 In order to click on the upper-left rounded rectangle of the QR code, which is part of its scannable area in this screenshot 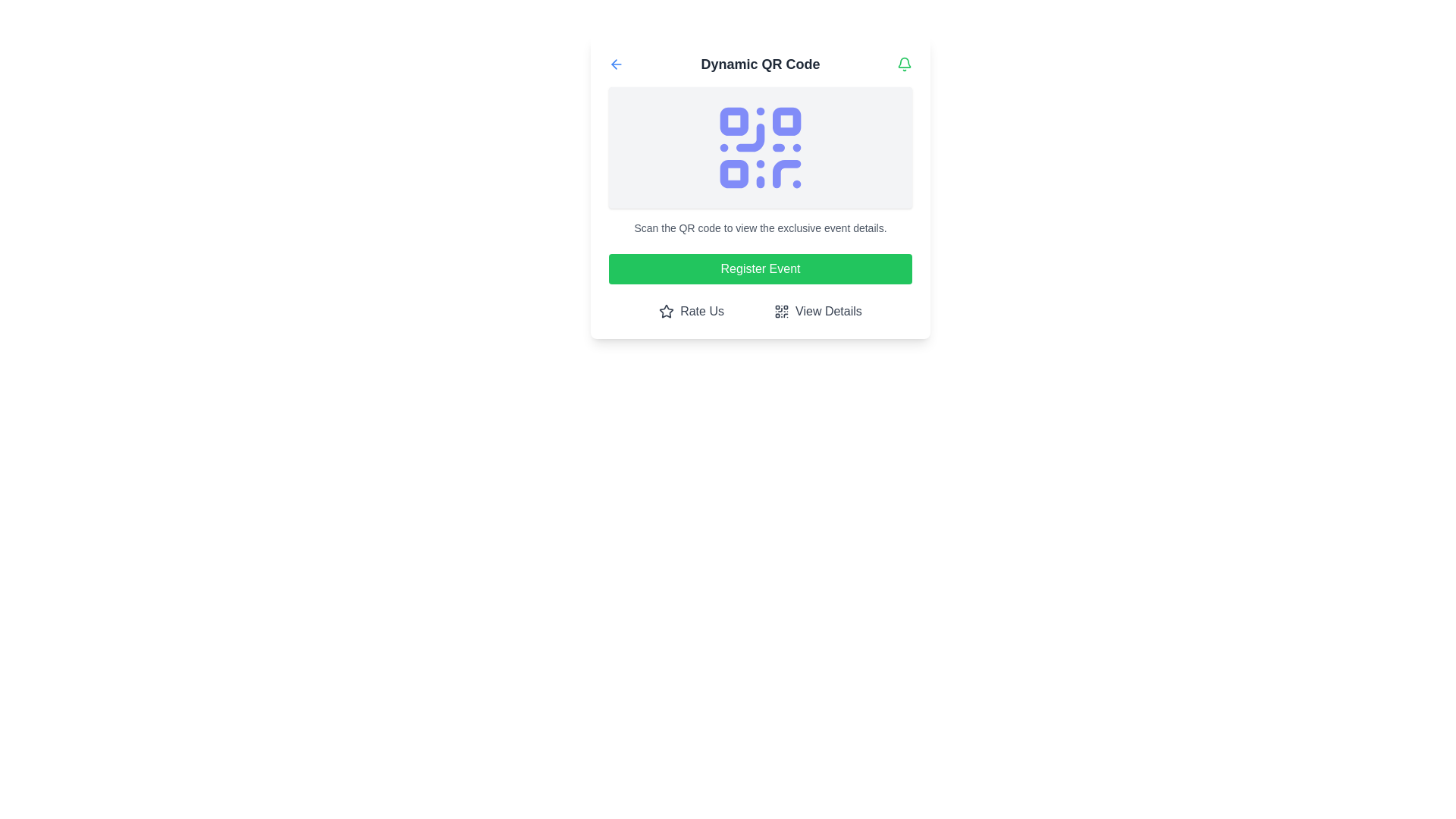, I will do `click(734, 121)`.